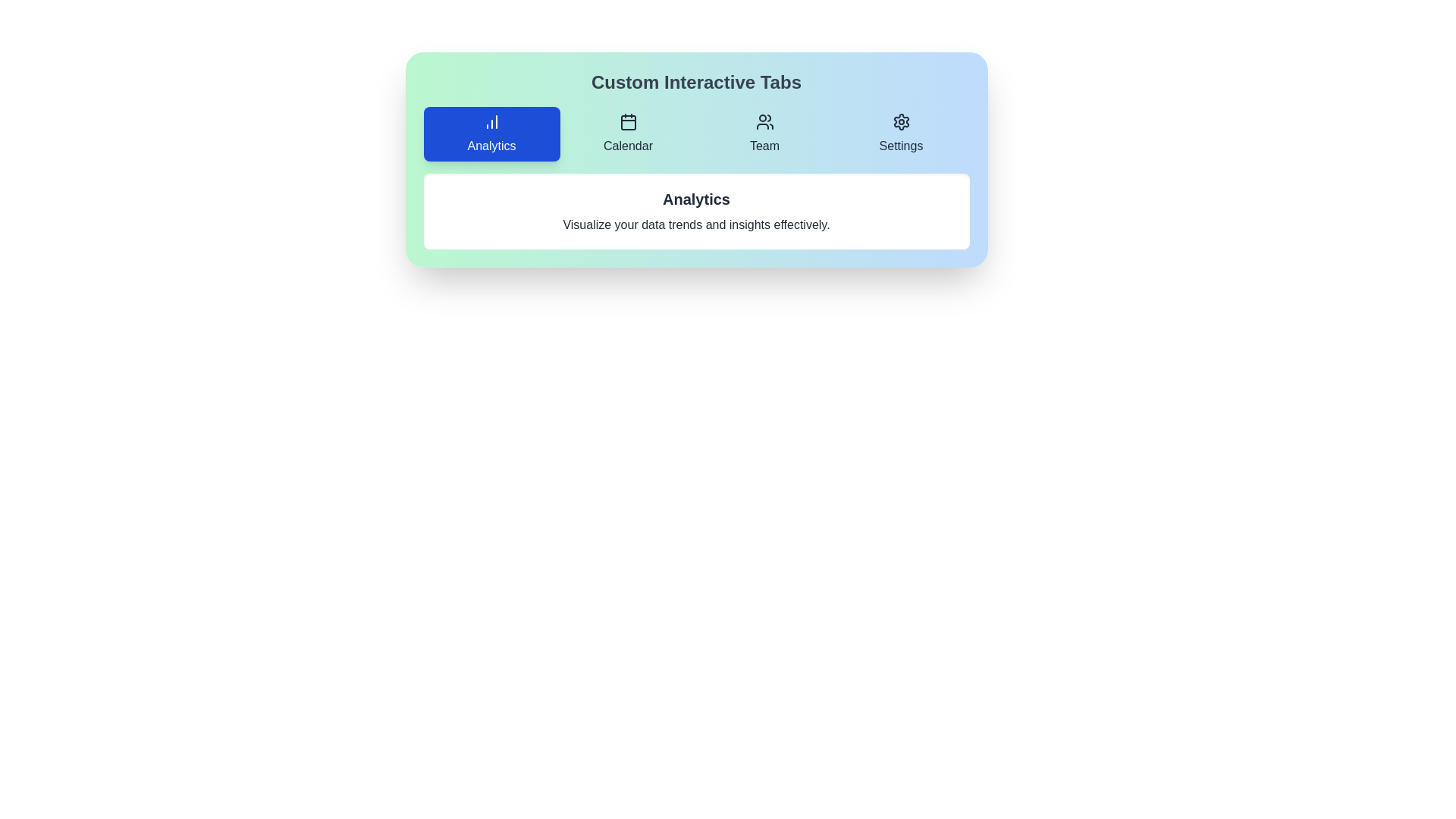 The width and height of the screenshot is (1456, 819). What do you see at coordinates (628, 121) in the screenshot?
I see `the calendar icon, which is the second item in a row of icons situated between the 'Analytics' and 'Team' icons` at bounding box center [628, 121].